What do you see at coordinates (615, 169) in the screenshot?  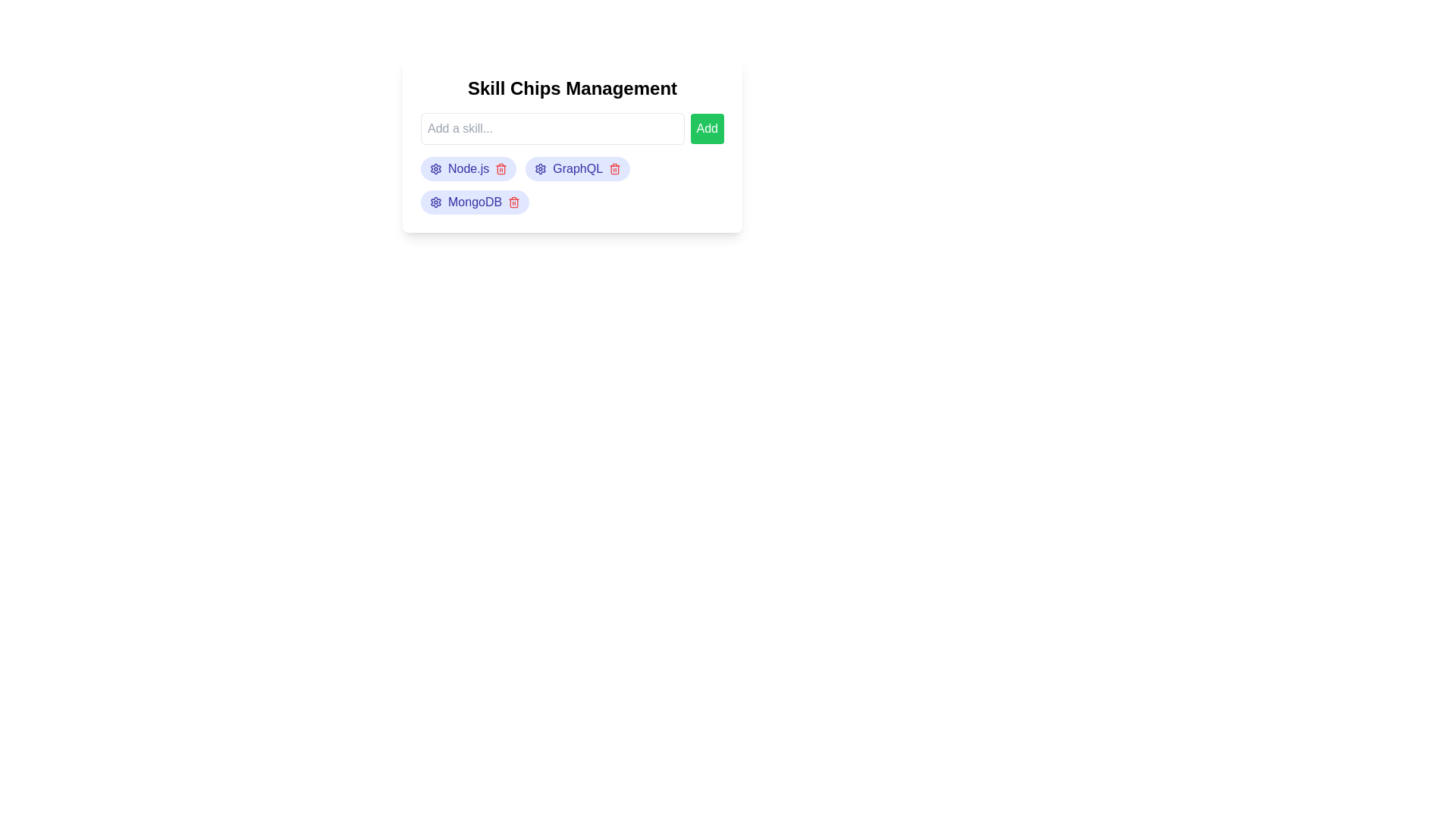 I see `the skill chip named GraphQL by clicking its trash icon` at bounding box center [615, 169].